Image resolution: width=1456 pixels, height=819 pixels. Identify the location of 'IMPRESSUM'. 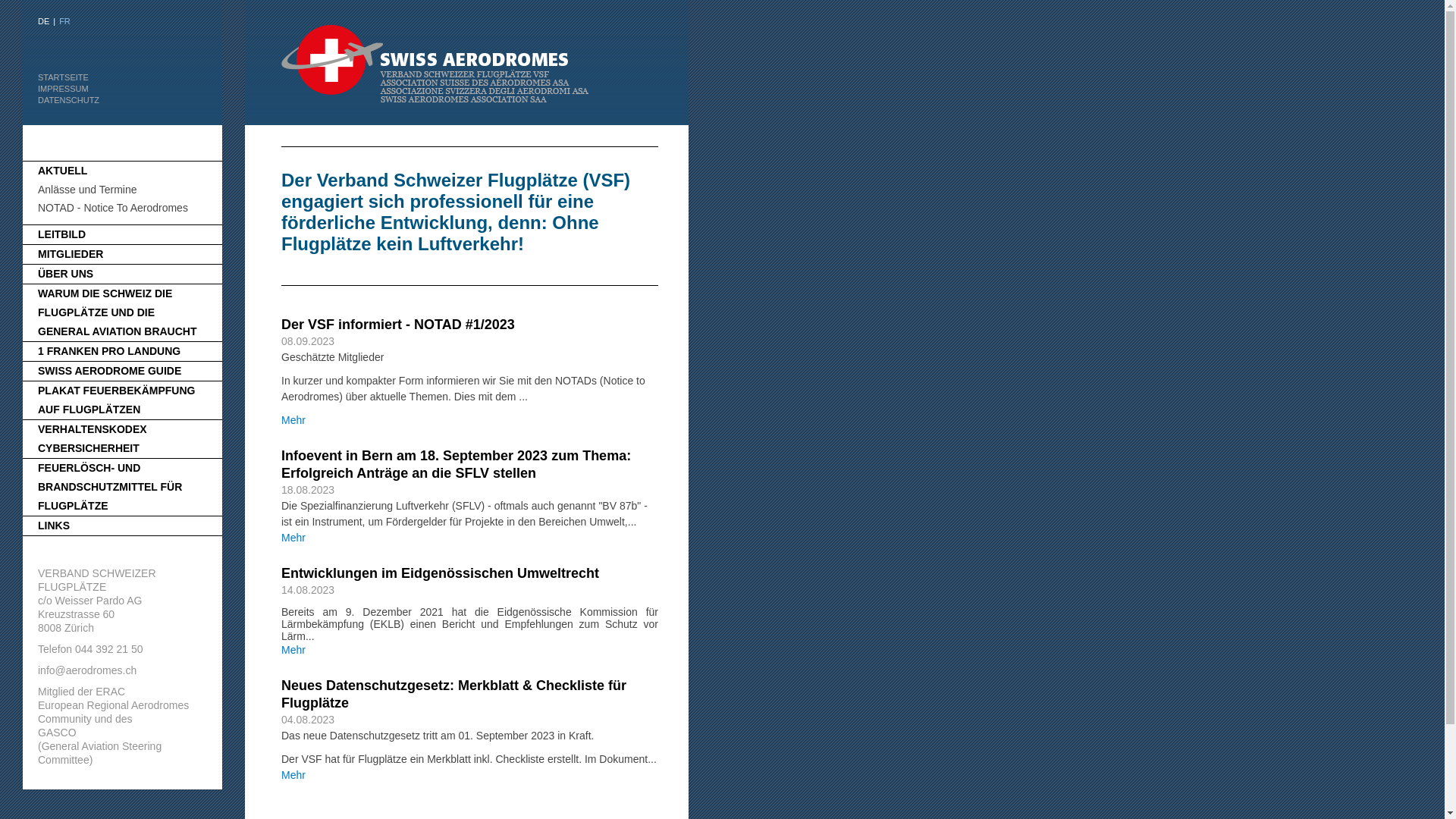
(62, 88).